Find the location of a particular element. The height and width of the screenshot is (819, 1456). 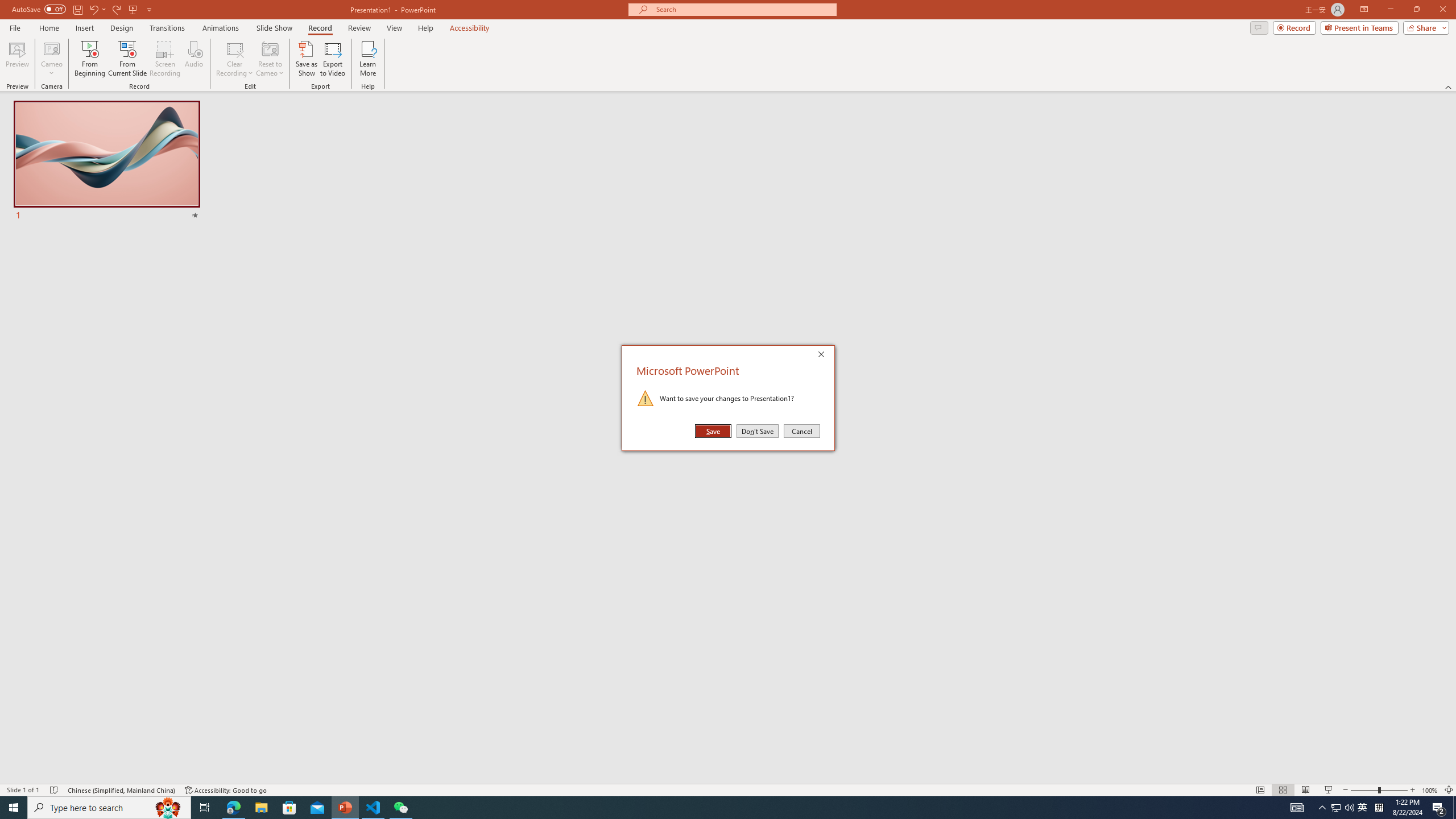

'From Current Slide...' is located at coordinates (127, 59).